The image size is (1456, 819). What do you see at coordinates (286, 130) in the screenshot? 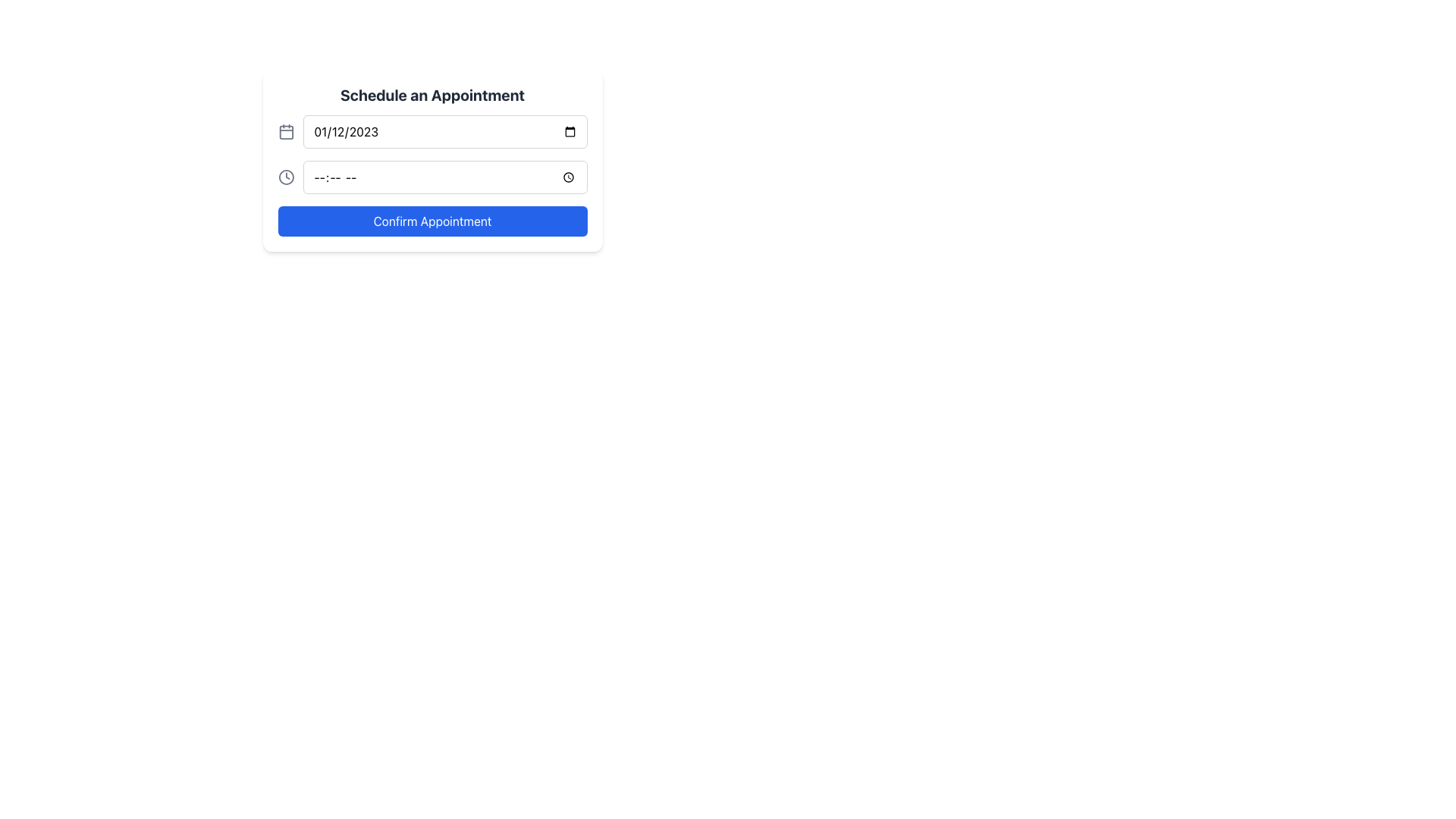
I see `the calendar icon, which is a gray outlined rounded square with two vertical lines at the top, located to the left of the date input field` at bounding box center [286, 130].